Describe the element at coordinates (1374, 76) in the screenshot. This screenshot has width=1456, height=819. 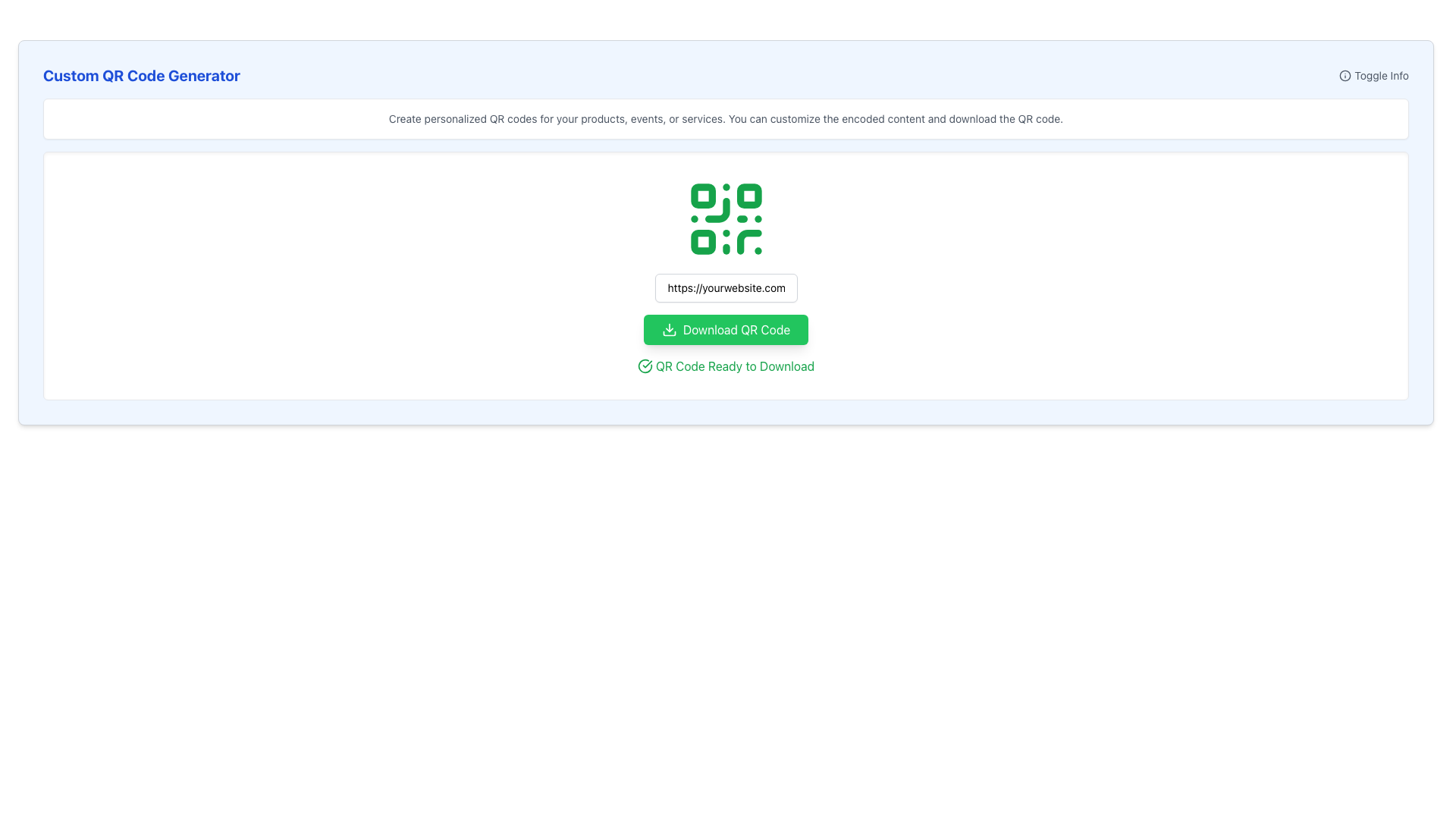
I see `the toggle button with text and icon located at the top-right corner of the 'Custom QR Code Generator' section to change its text color` at that location.